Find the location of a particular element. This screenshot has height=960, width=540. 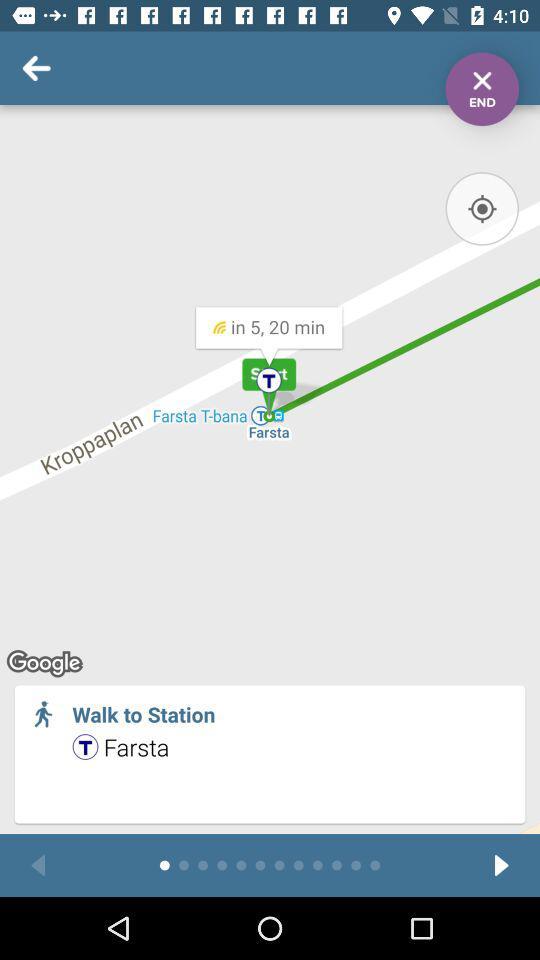

the arrow_backward icon is located at coordinates (38, 864).